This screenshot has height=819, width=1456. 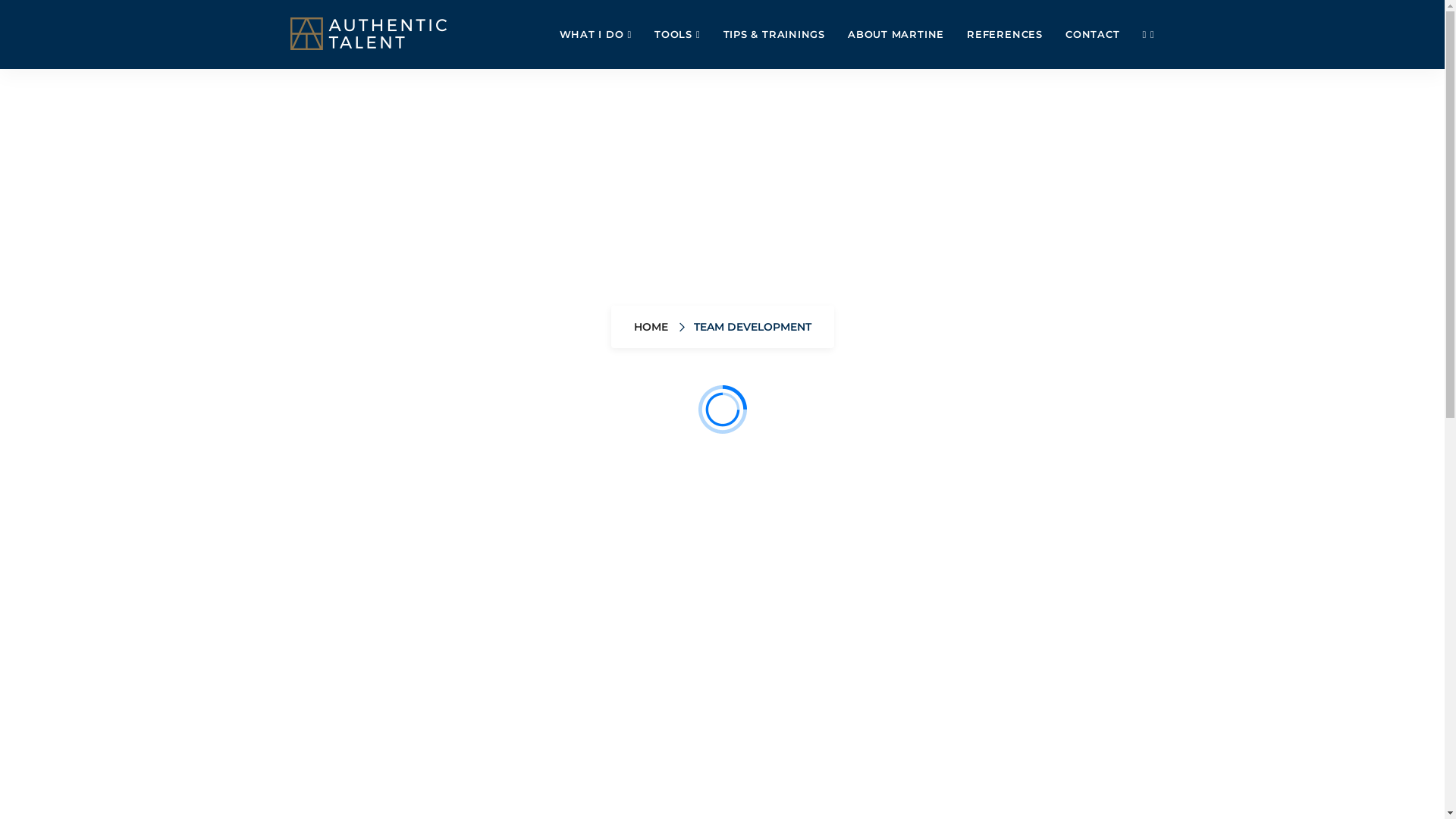 I want to click on 'TIPS & TRAININGS', so click(x=711, y=34).